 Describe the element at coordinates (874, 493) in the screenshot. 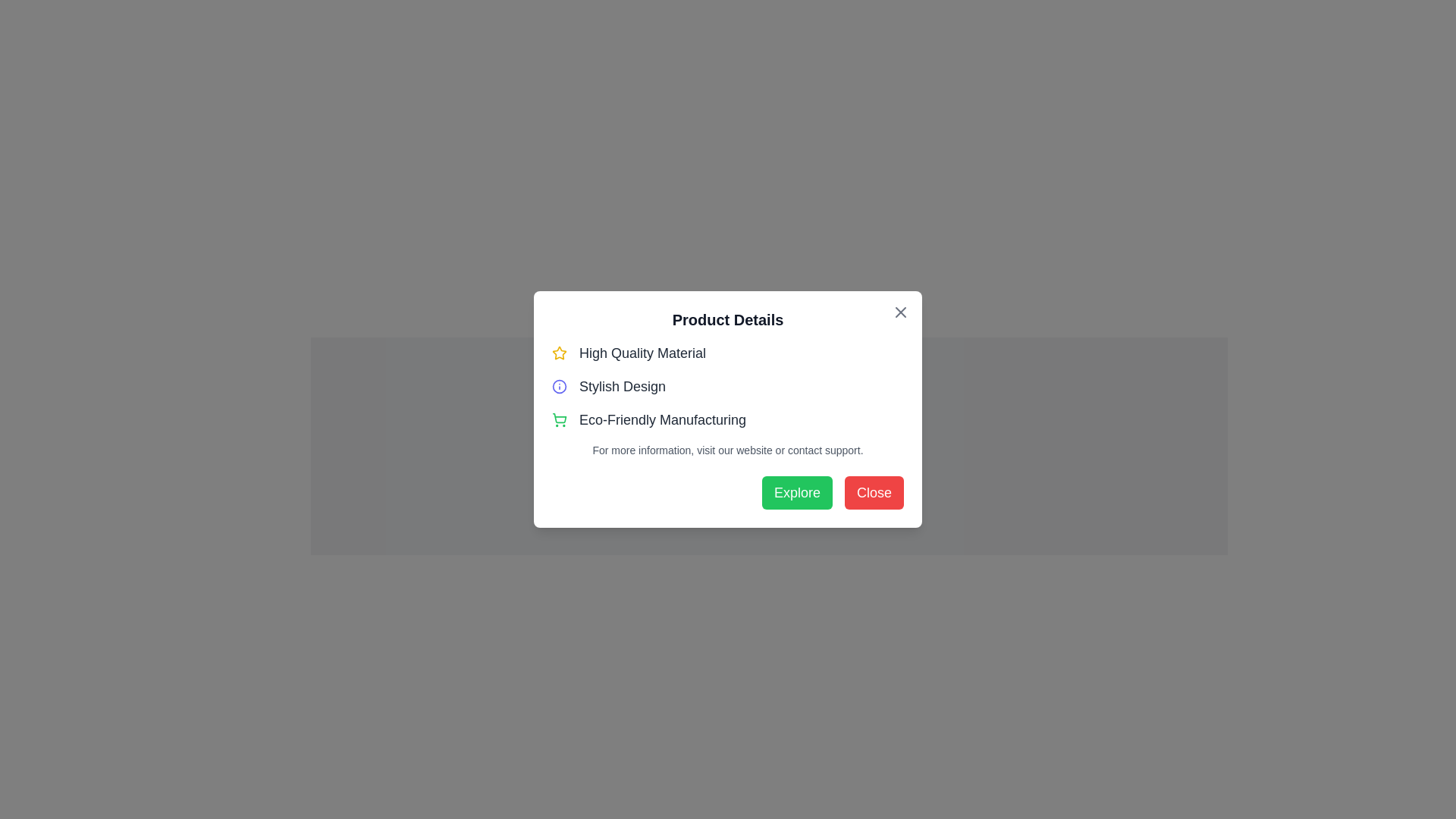

I see `the red 'Close' button located at the bottom-right corner of the dialog box` at that location.